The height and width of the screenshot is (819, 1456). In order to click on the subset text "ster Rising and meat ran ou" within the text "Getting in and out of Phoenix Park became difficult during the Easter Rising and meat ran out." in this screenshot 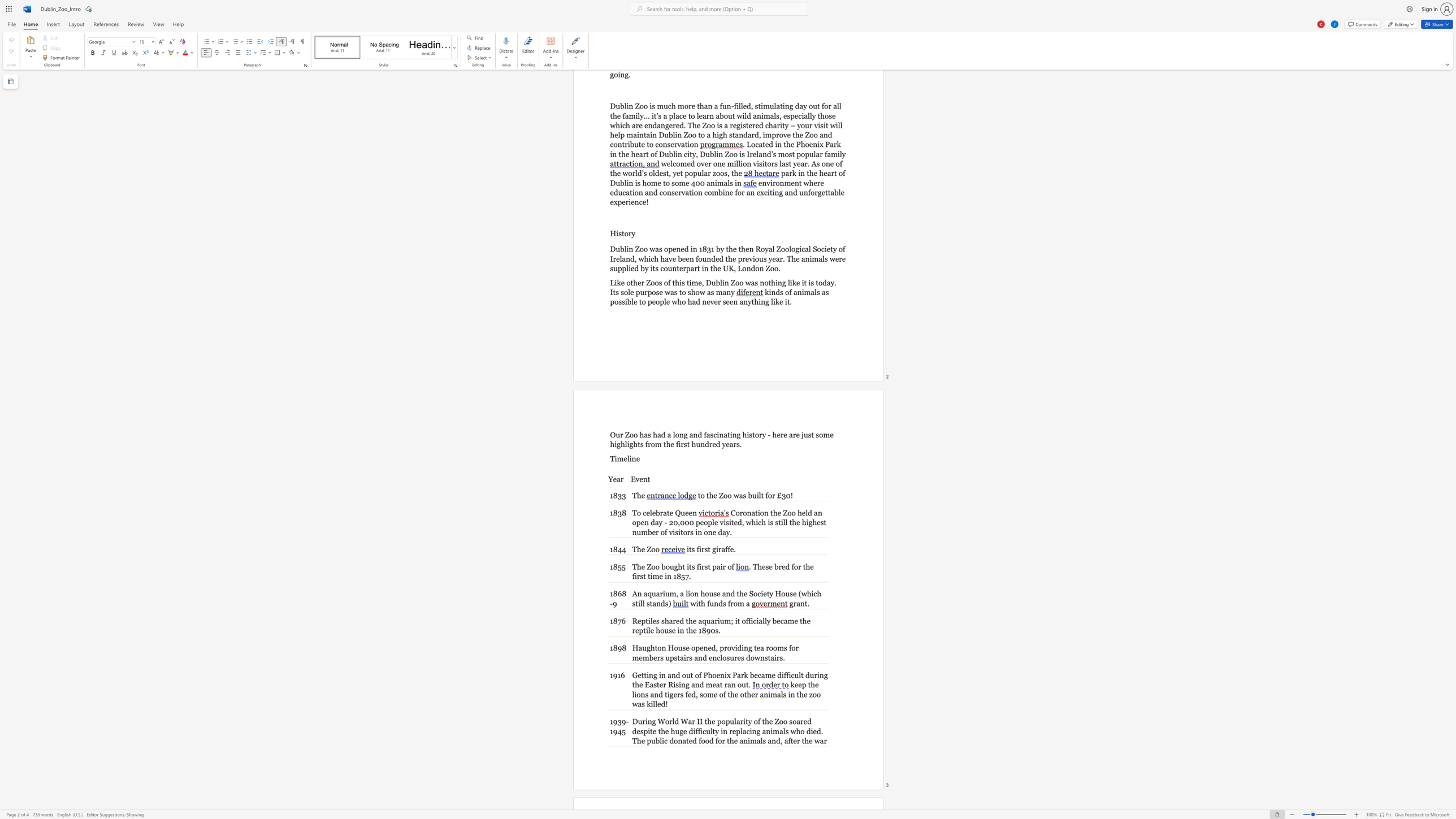, I will do `click(653, 684)`.